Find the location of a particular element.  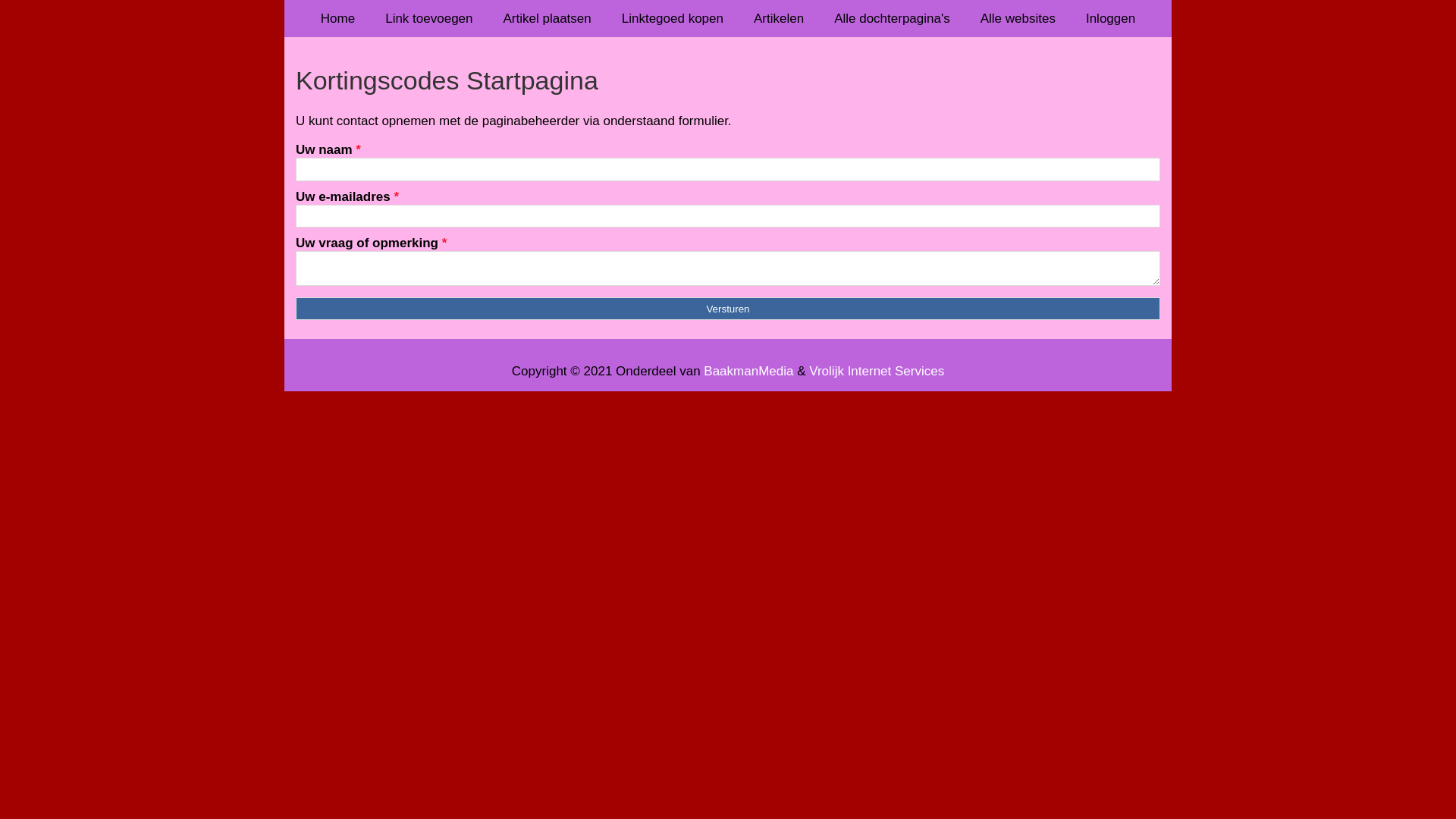

'Artikelen' is located at coordinates (739, 18).